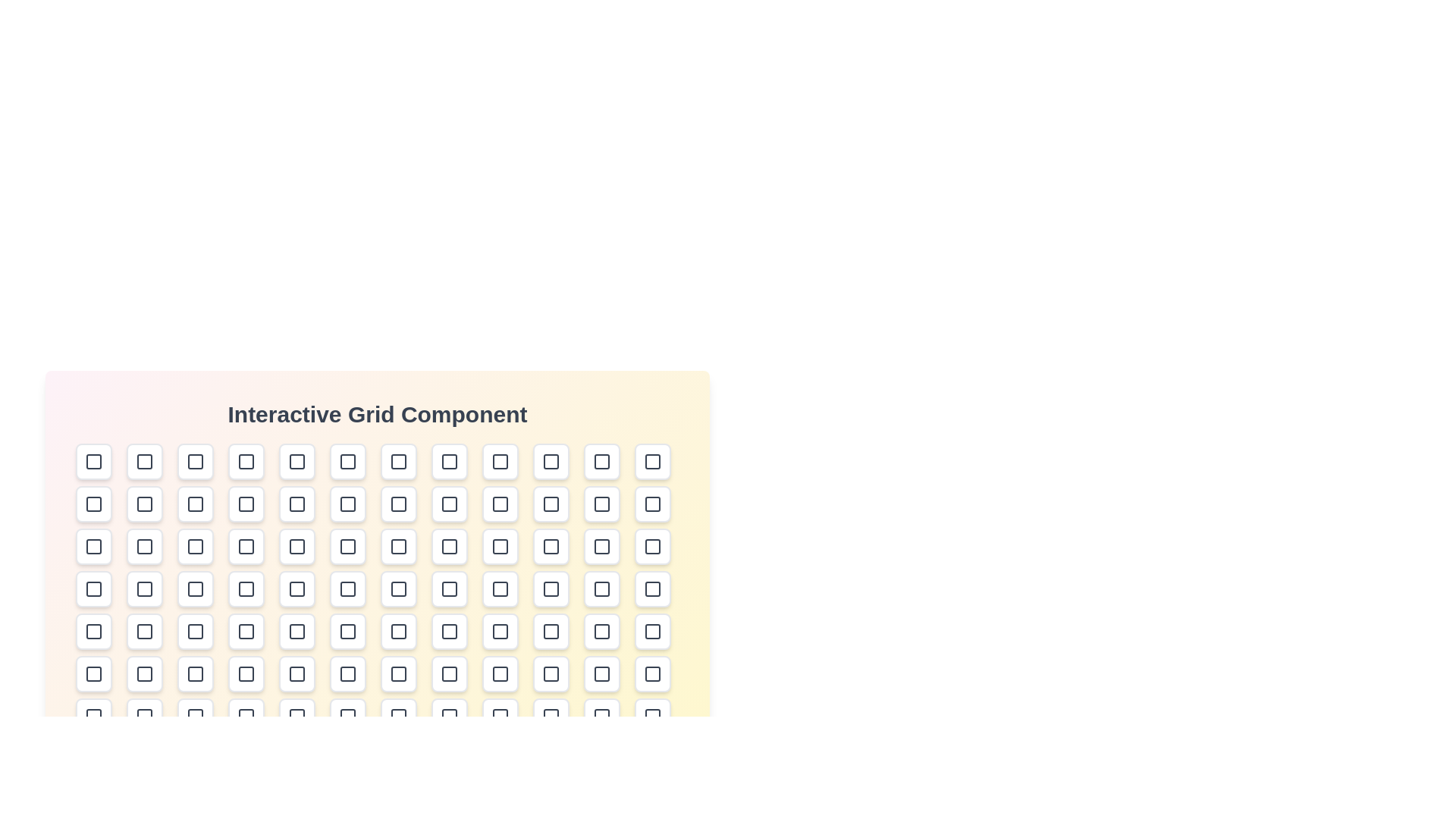 The height and width of the screenshot is (819, 1456). I want to click on the header text labeled 'Interactive Grid Component' to focus or select it, so click(378, 415).